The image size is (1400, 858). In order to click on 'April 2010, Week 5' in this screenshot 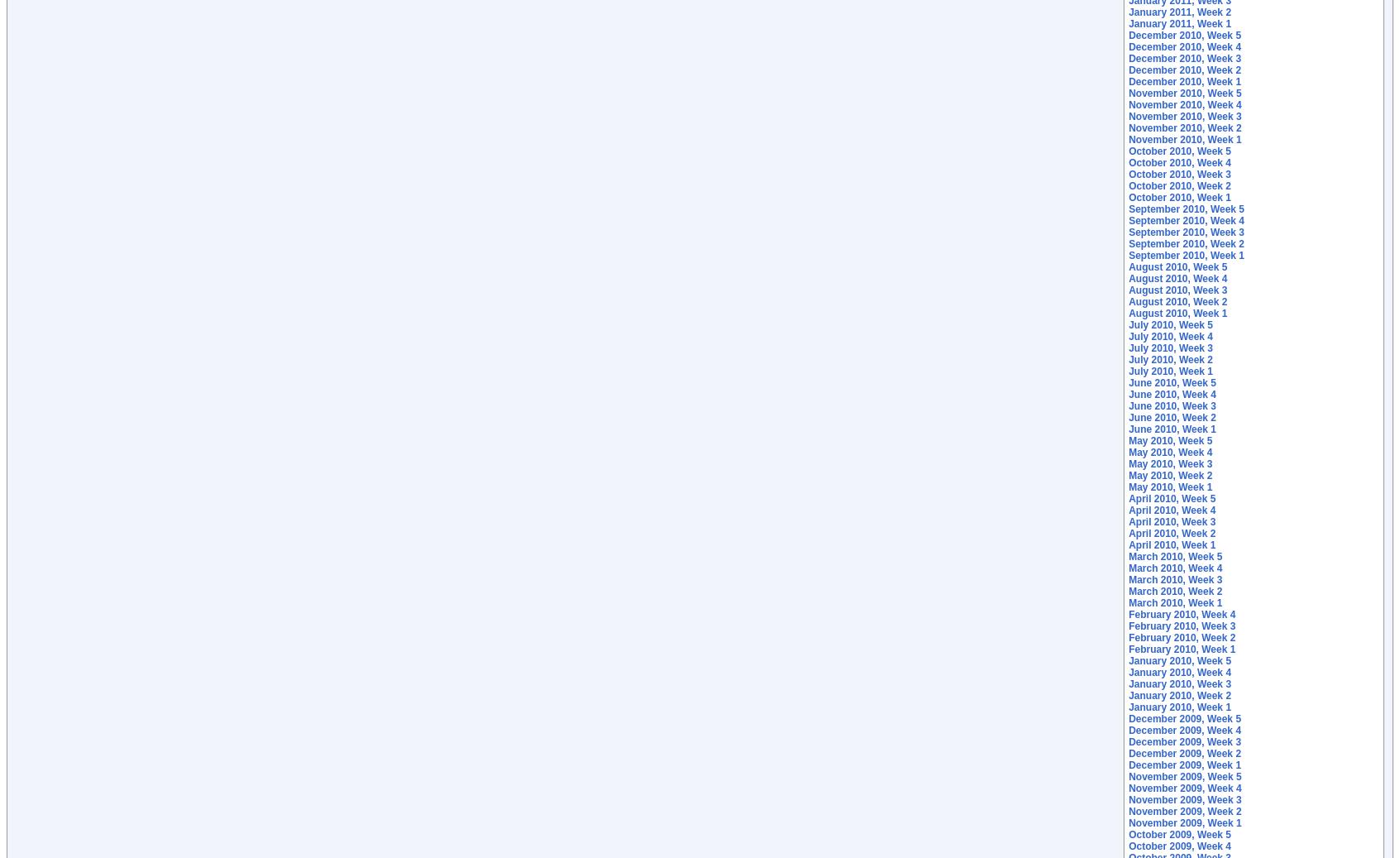, I will do `click(1128, 499)`.